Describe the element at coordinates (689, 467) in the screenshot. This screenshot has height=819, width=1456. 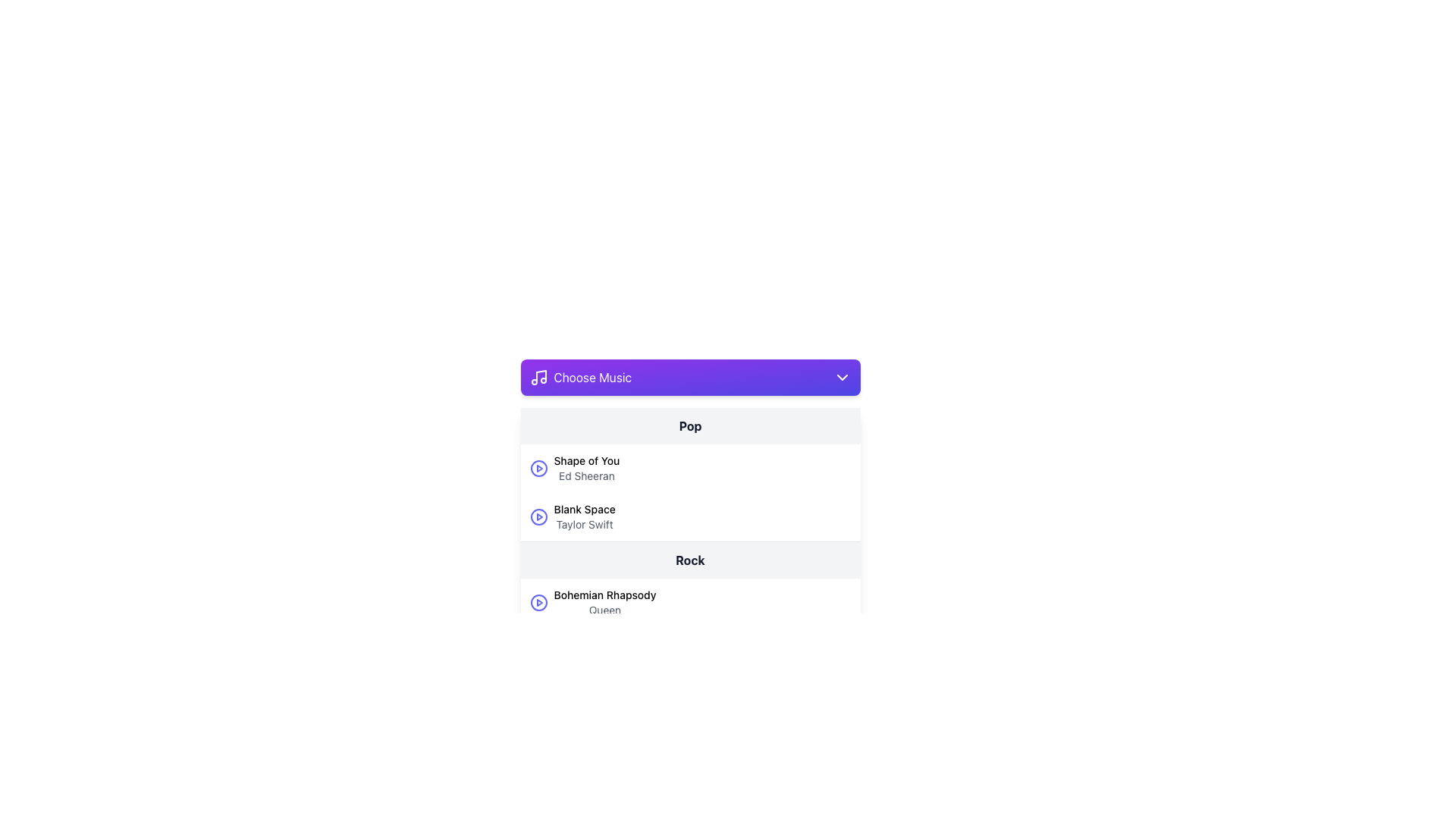
I see `the first list item in the 'Pop' category that displays 'Shape of You' by Ed Sheeran` at that location.